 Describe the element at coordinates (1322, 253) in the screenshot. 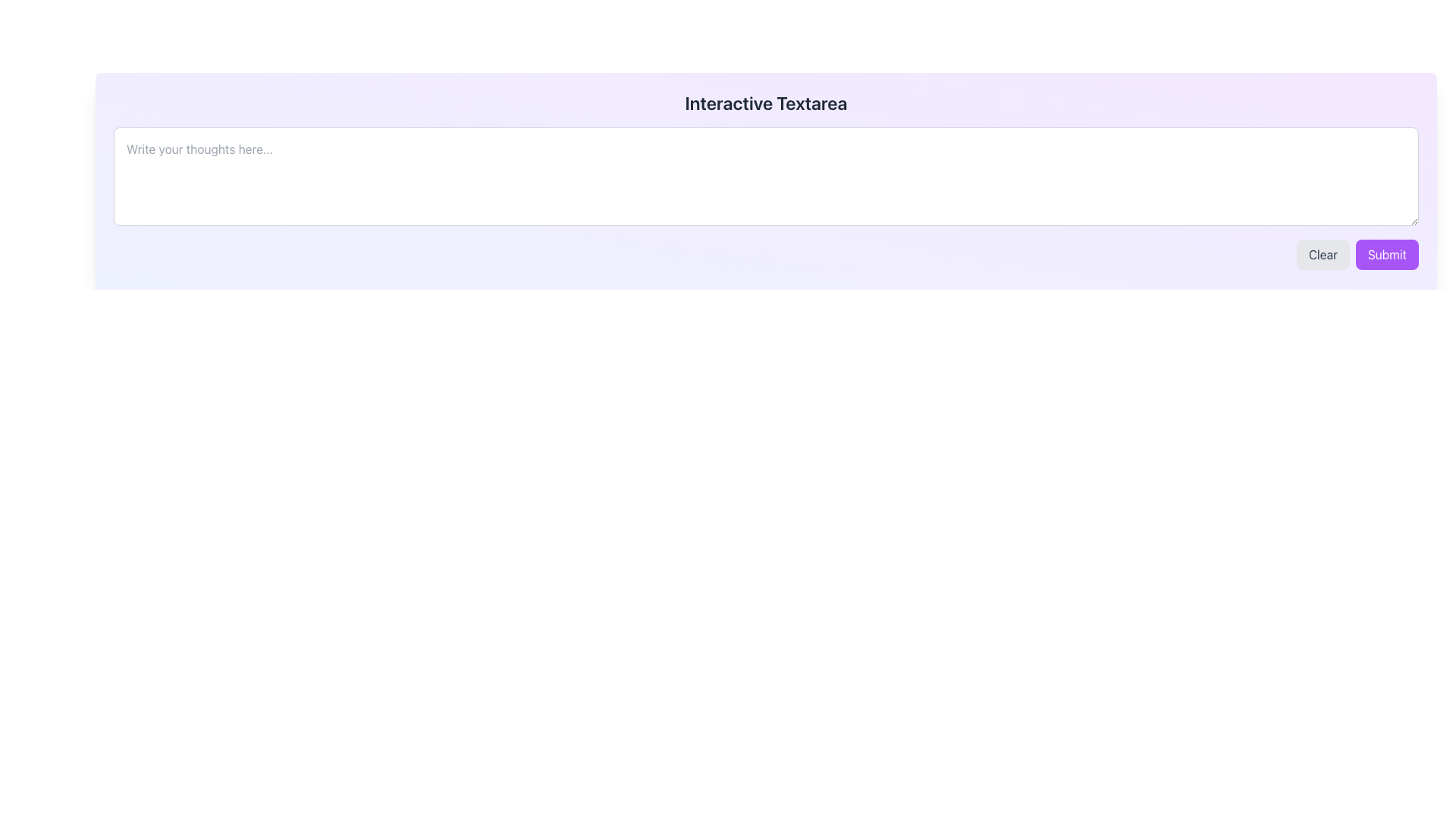

I see `the 'Clear' button, which is a rectangular button with a light gray background and dark gray text, located at the bottom-right corner of the interface` at that location.